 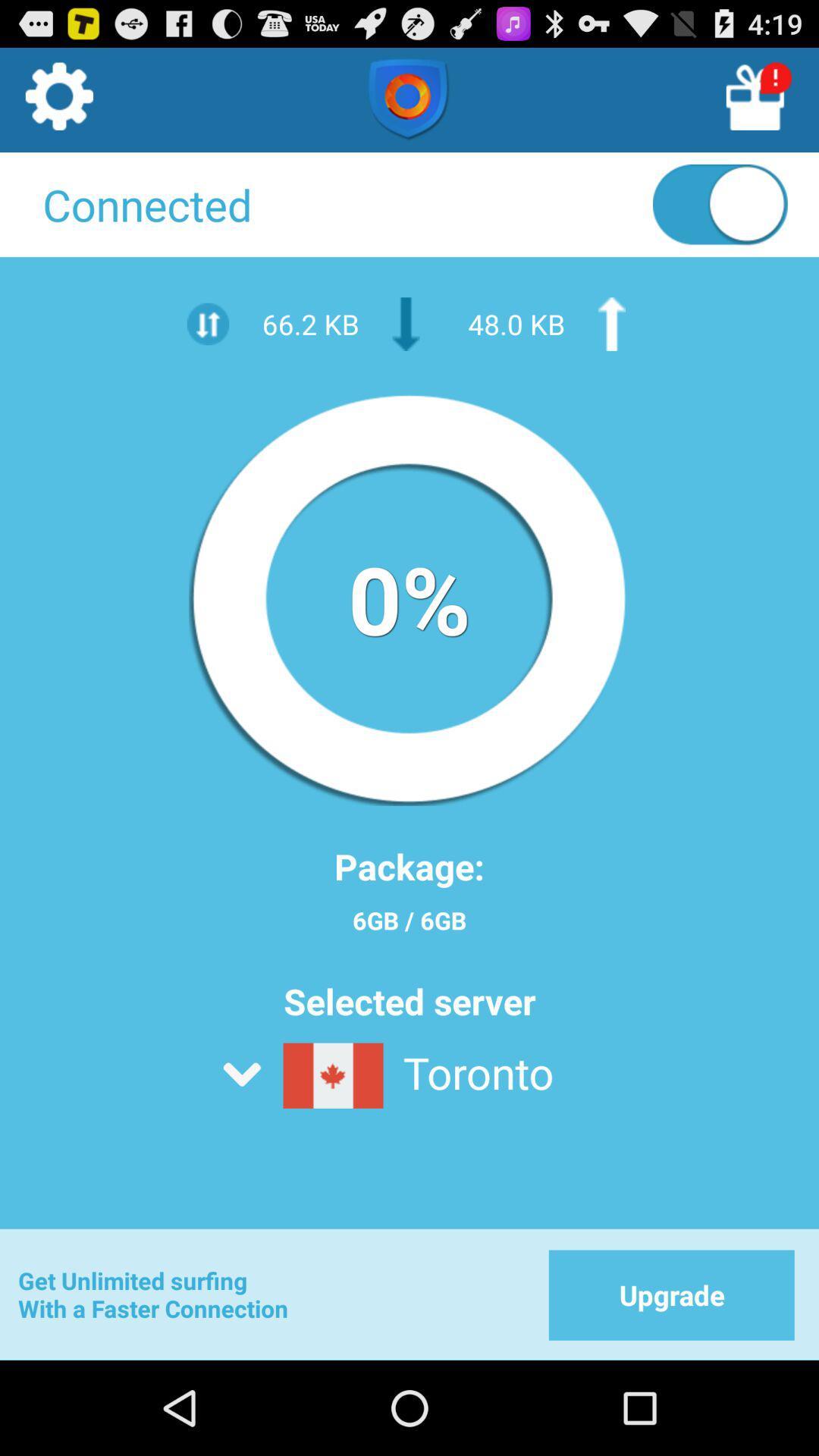 What do you see at coordinates (719, 207) in the screenshot?
I see `connection off` at bounding box center [719, 207].